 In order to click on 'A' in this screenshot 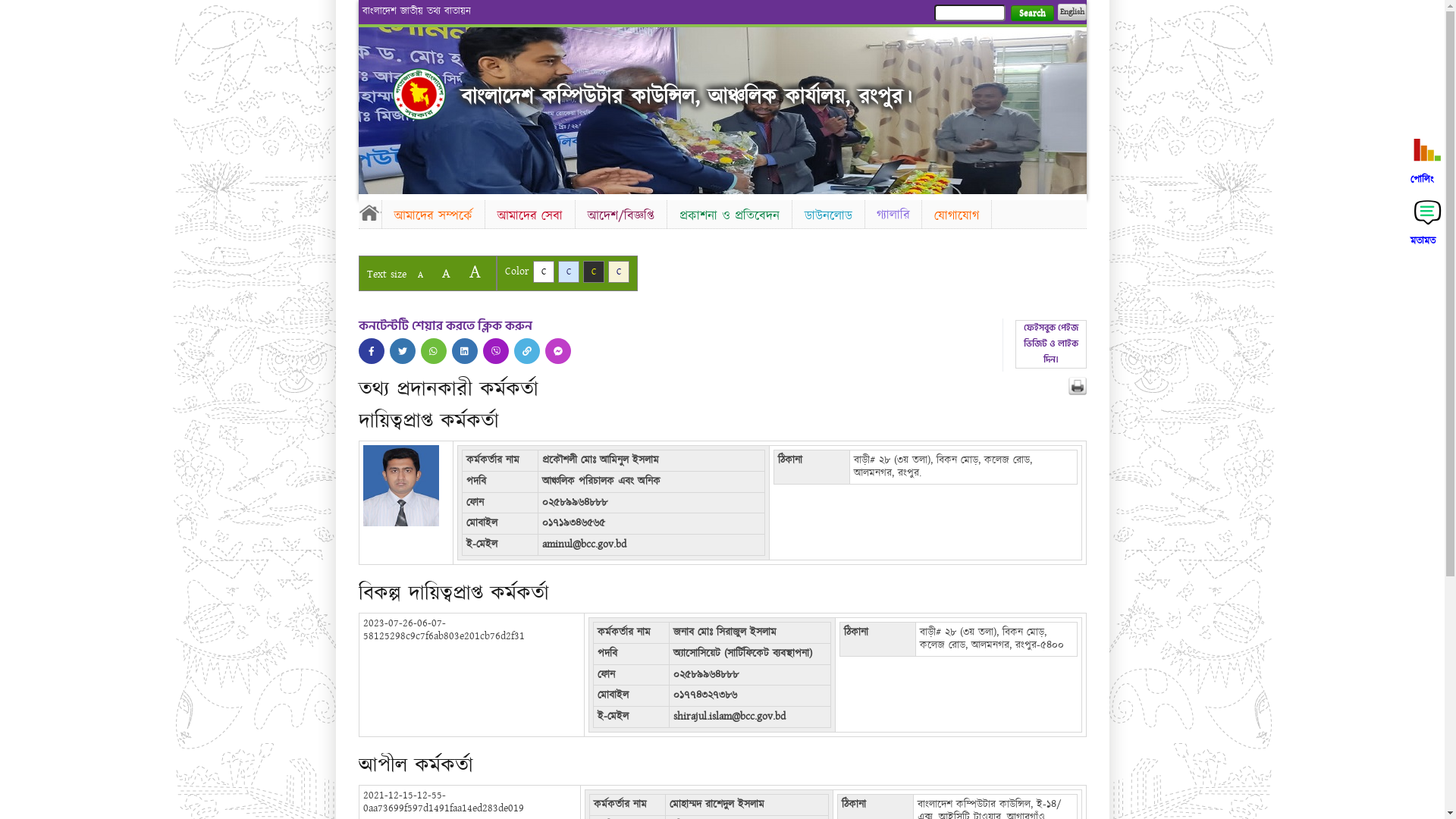, I will do `click(473, 271)`.